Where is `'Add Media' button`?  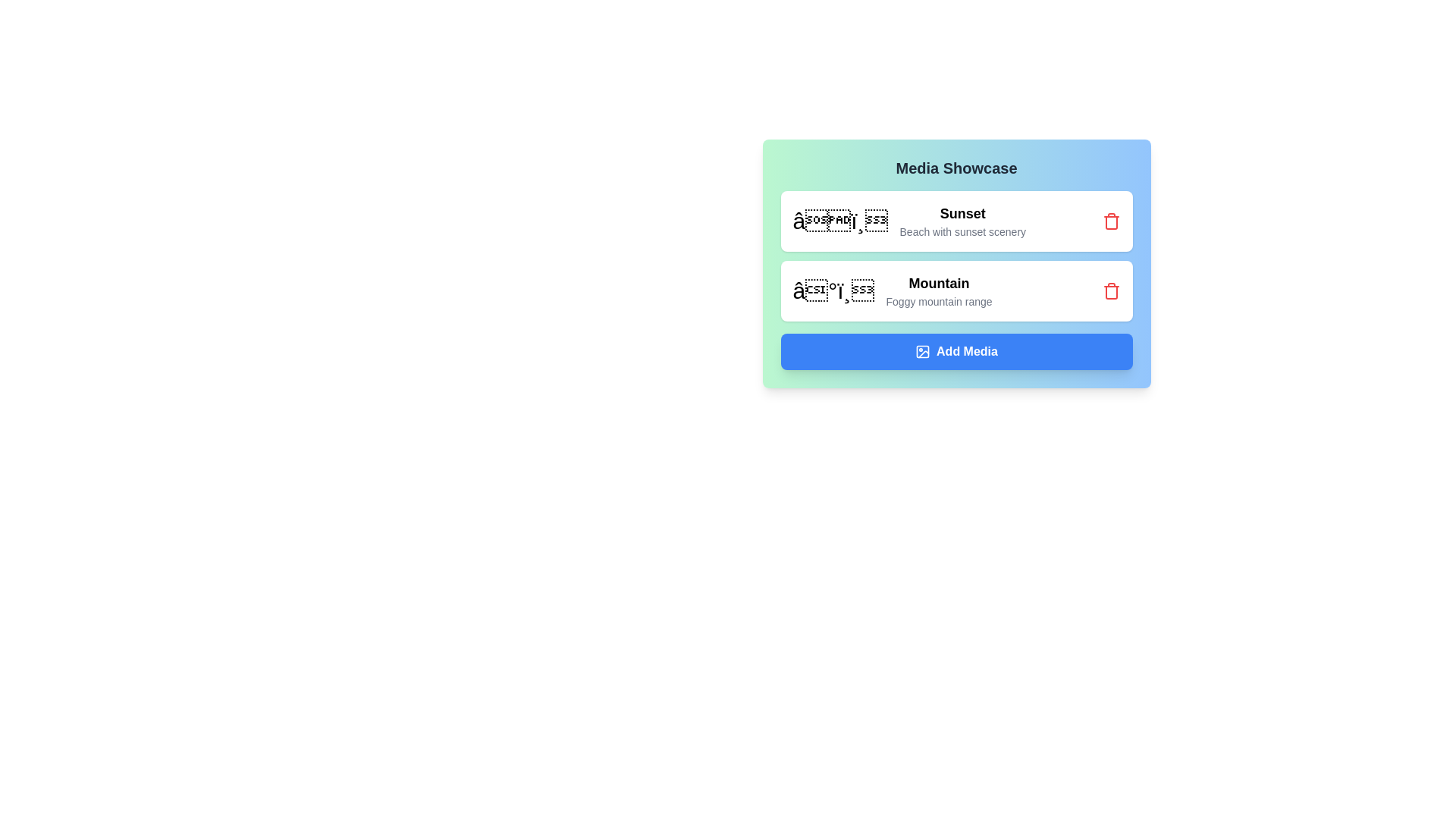 'Add Media' button is located at coordinates (955, 351).